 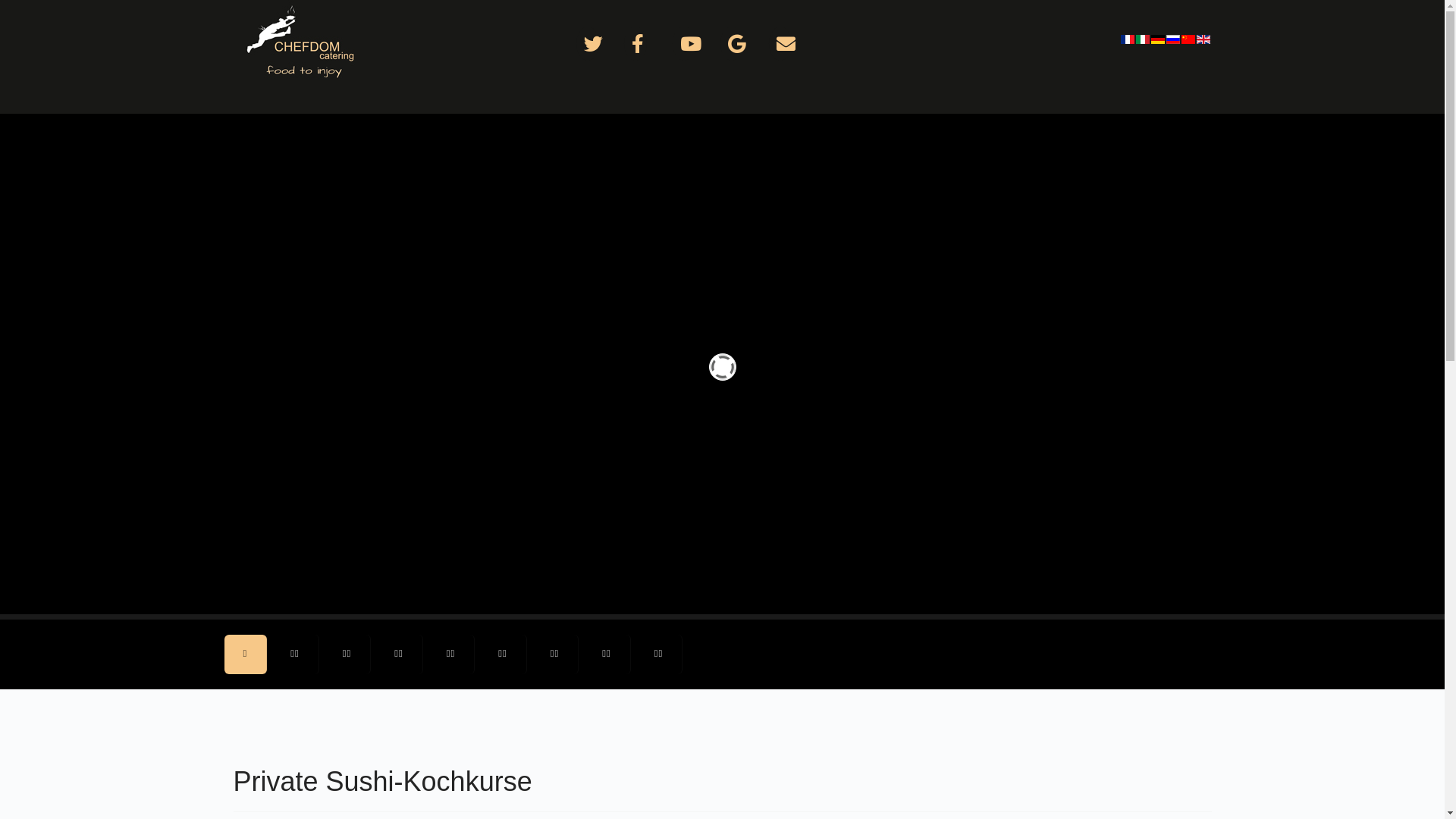 What do you see at coordinates (1128, 38) in the screenshot?
I see `'Francais - Accueil'` at bounding box center [1128, 38].